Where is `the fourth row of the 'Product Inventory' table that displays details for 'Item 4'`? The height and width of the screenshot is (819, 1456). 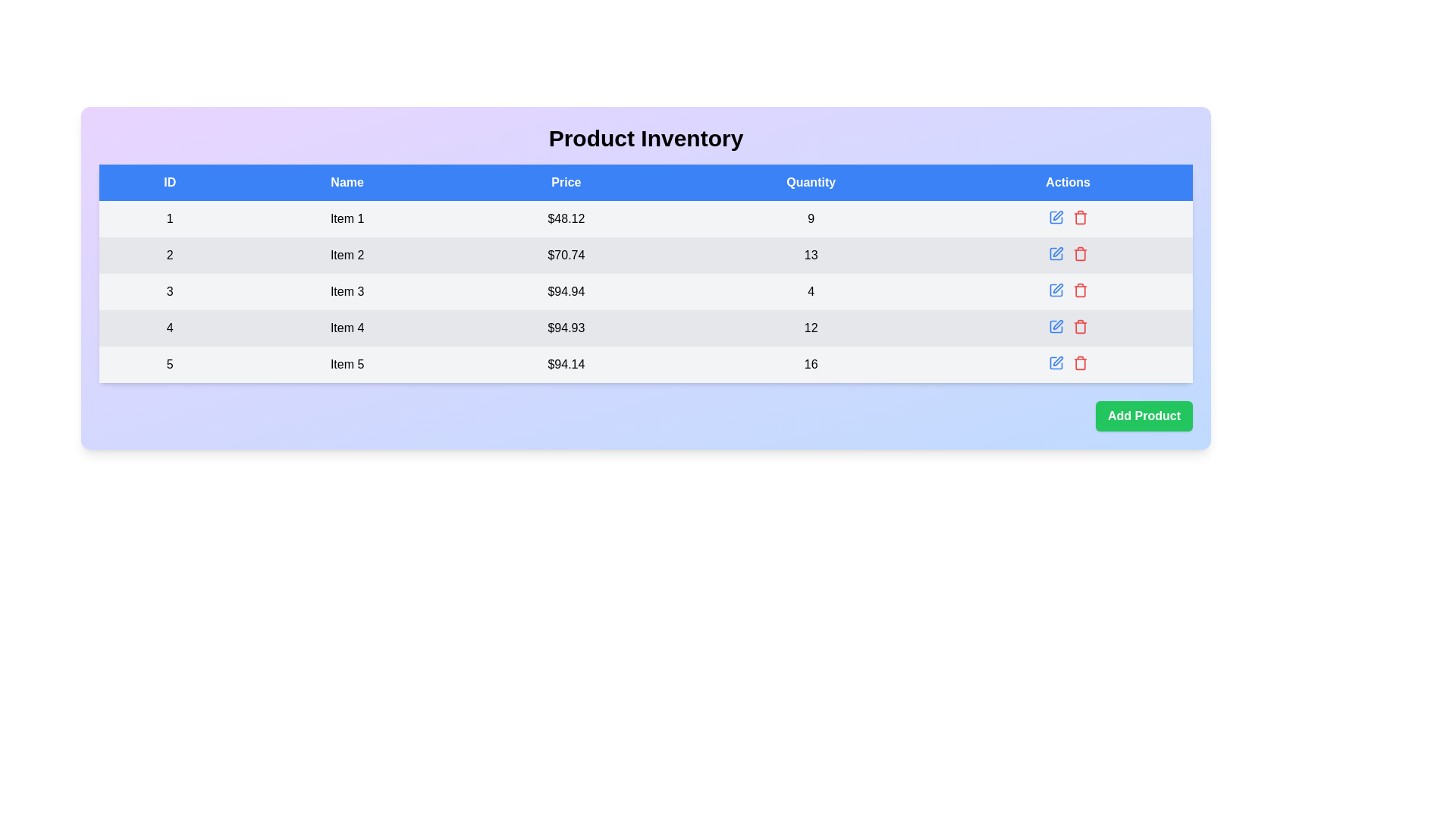 the fourth row of the 'Product Inventory' table that displays details for 'Item 4' is located at coordinates (645, 327).